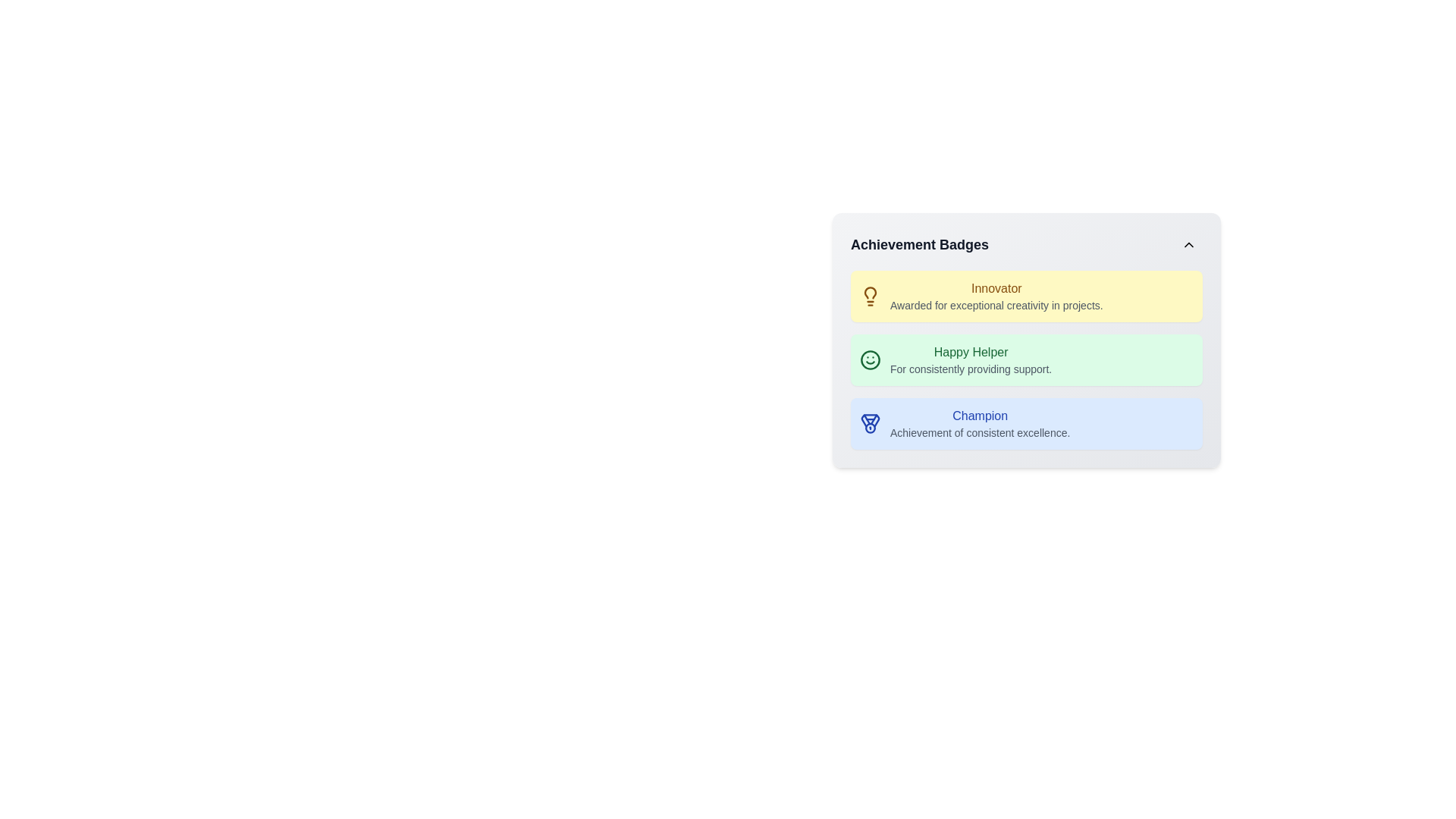 This screenshot has width=1456, height=819. What do you see at coordinates (1026, 296) in the screenshot?
I see `the Informational card element featuring a lightbulb icon and the title 'Innovator' which is the first in the list of achievement badges` at bounding box center [1026, 296].